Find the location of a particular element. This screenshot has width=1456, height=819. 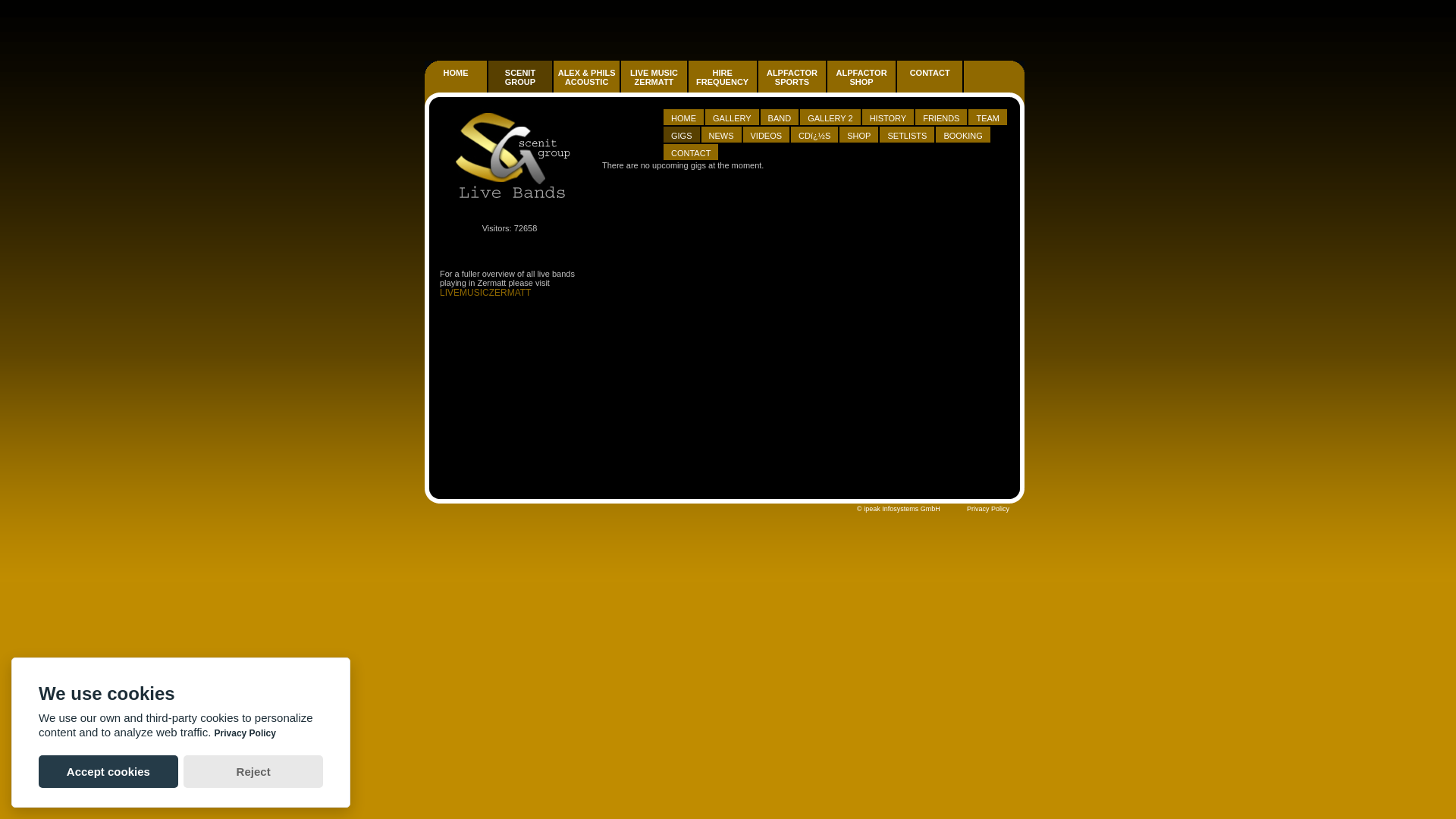

'GALLERY 2' is located at coordinates (830, 116).